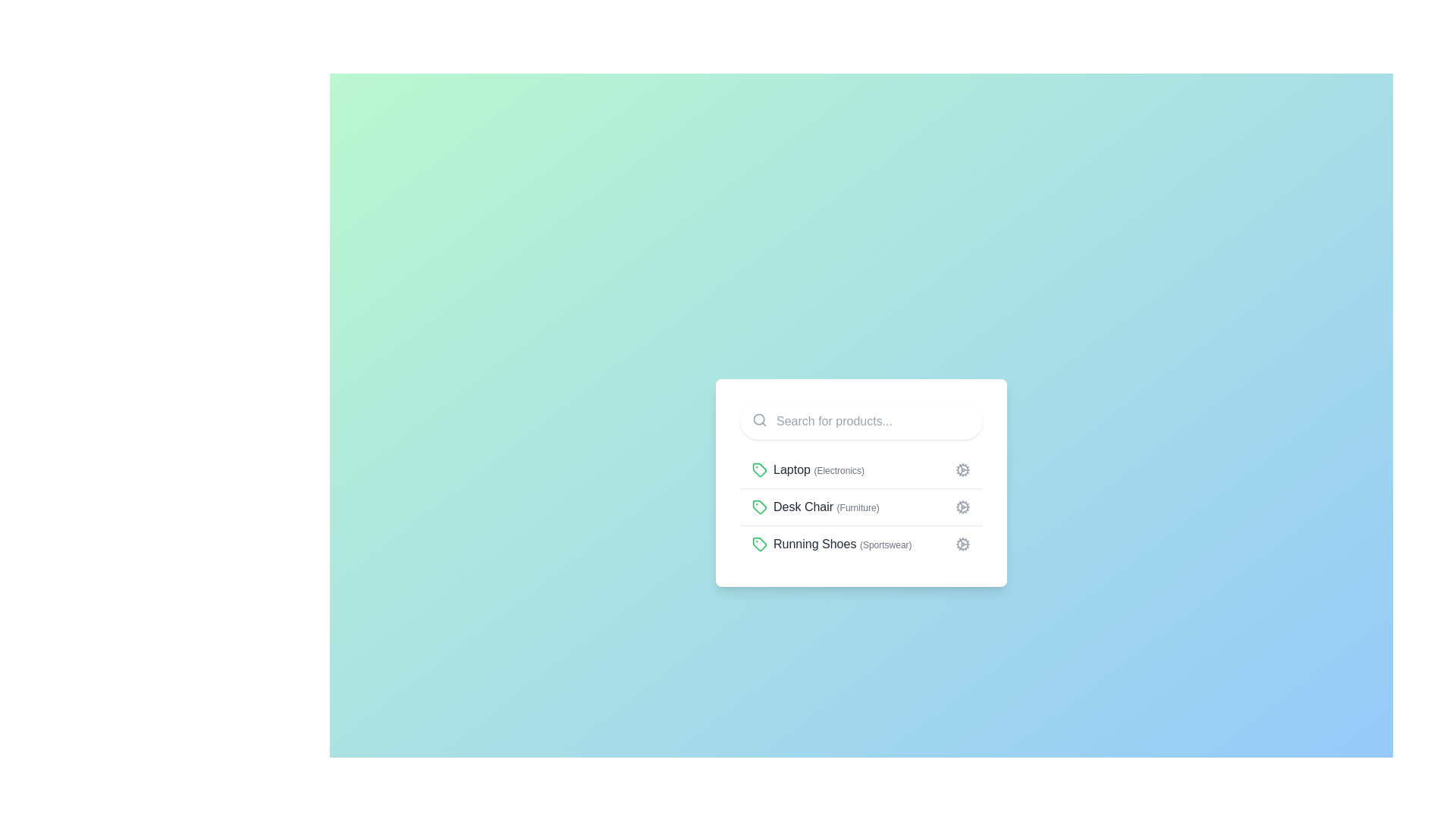  What do you see at coordinates (861, 507) in the screenshot?
I see `the list item displaying 'Desk Chair (Furniture)' with a green tag icon on the left and a gray cogwheel icon on the right, positioned as the second item in a vertical menu` at bounding box center [861, 507].